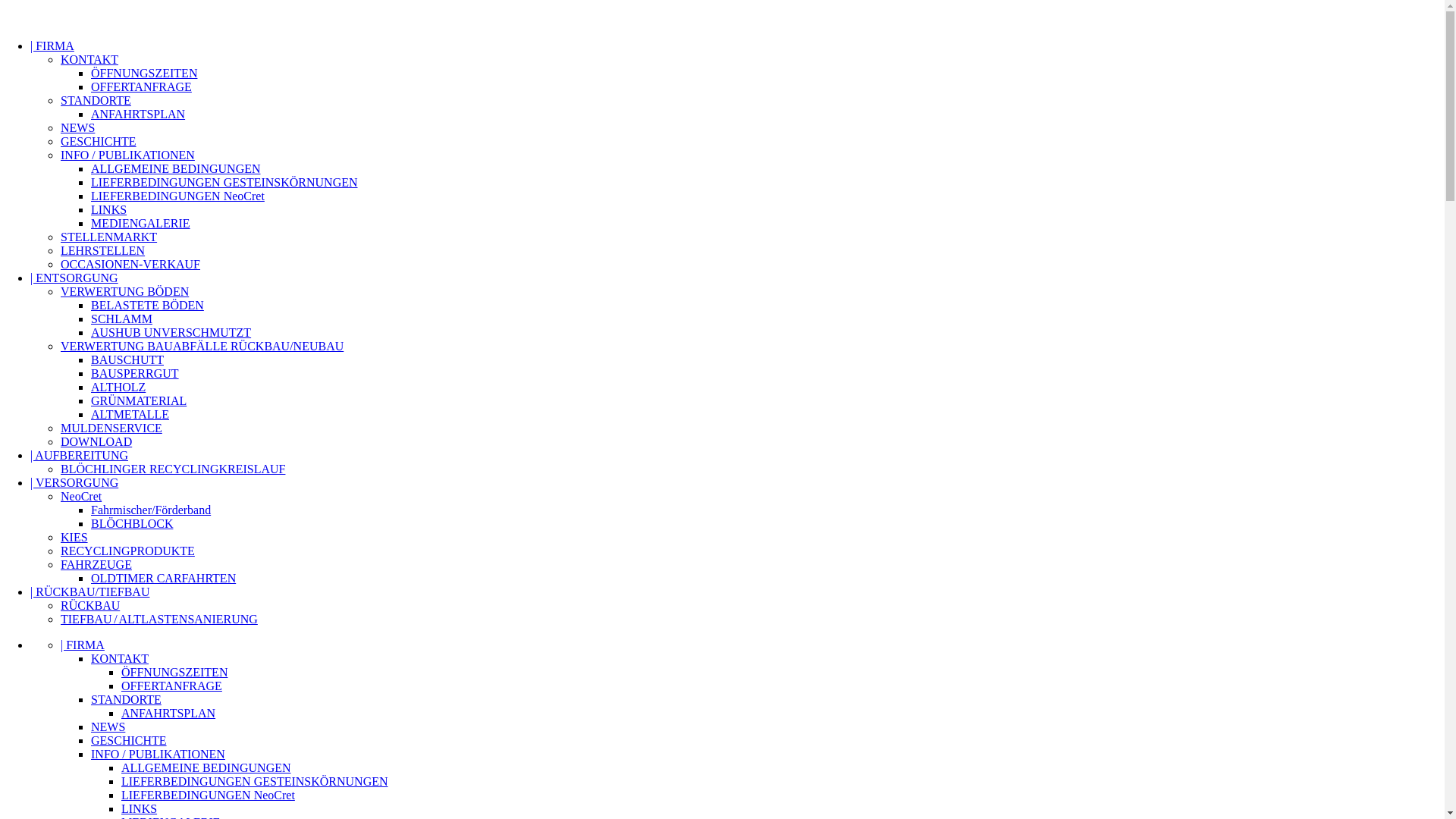  Describe the element at coordinates (80, 496) in the screenshot. I see `'NeoCret'` at that location.